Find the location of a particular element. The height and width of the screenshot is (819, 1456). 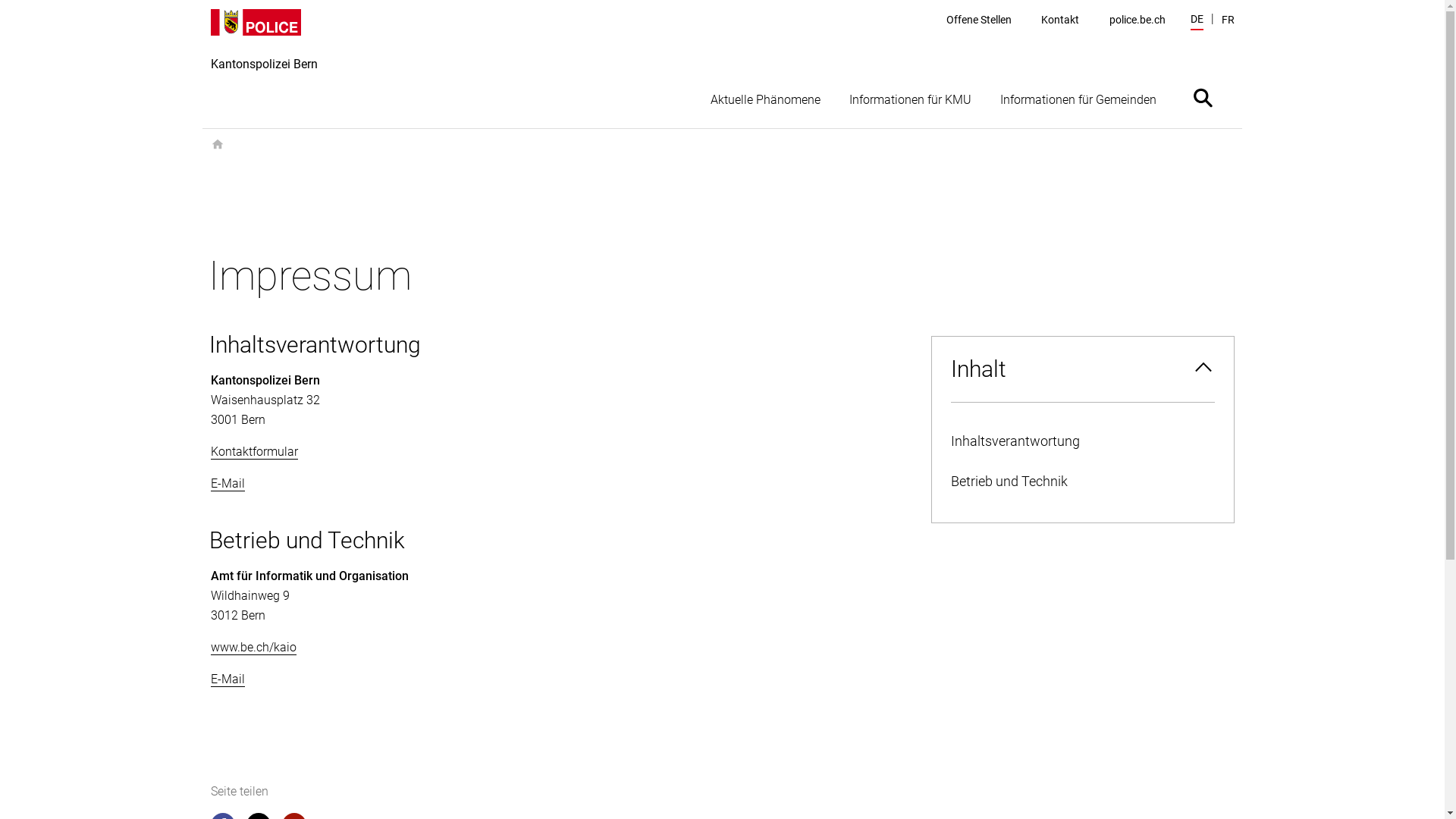

'Betrieb und Technik' is located at coordinates (1081, 482).